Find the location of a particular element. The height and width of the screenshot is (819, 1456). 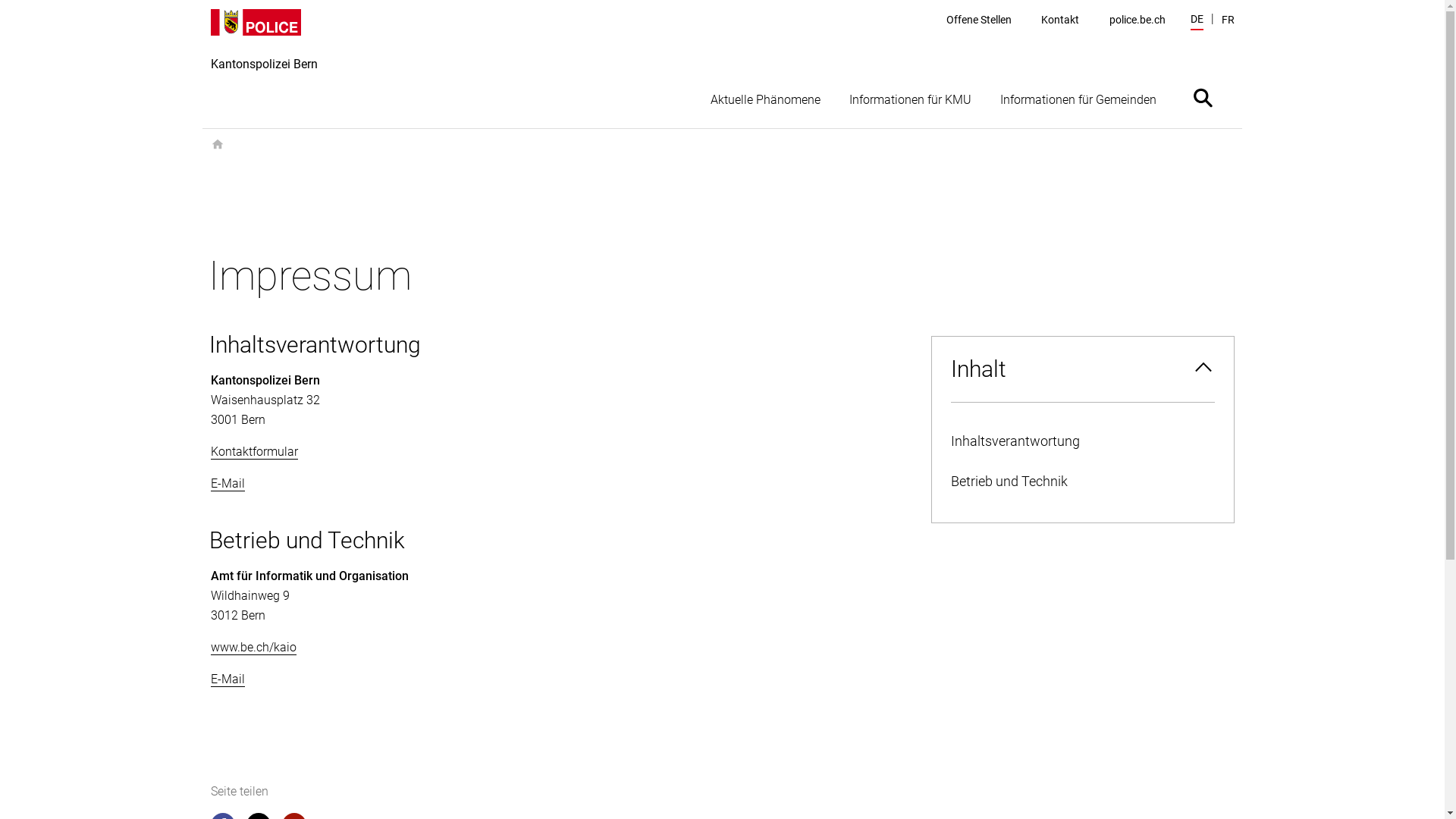

'Betrieb und Technik' is located at coordinates (1081, 482).